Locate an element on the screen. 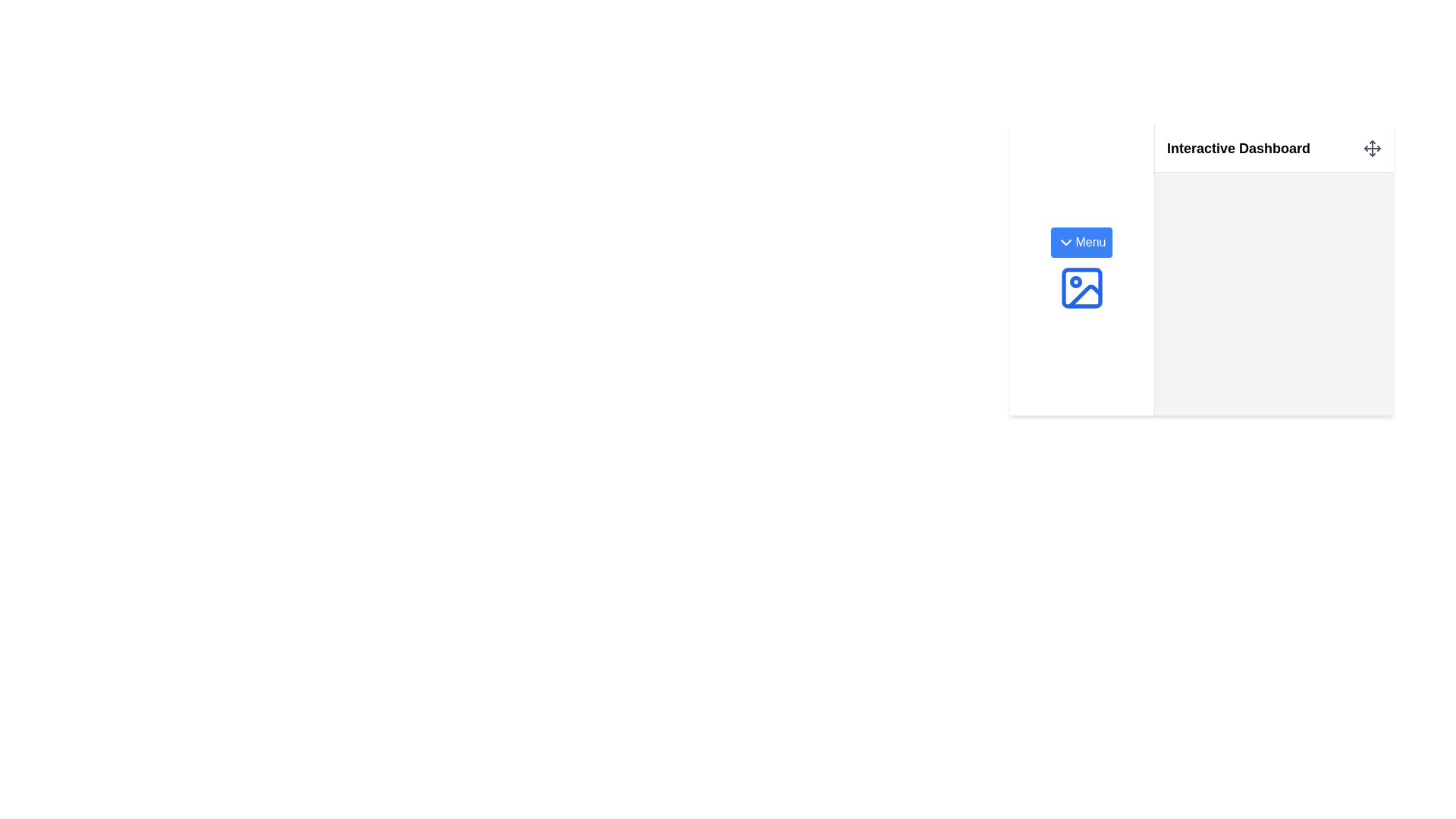  the blue icon with a mountain and sun symbol, representing an image or gallery, located below the Menu button in the interface is located at coordinates (1081, 288).